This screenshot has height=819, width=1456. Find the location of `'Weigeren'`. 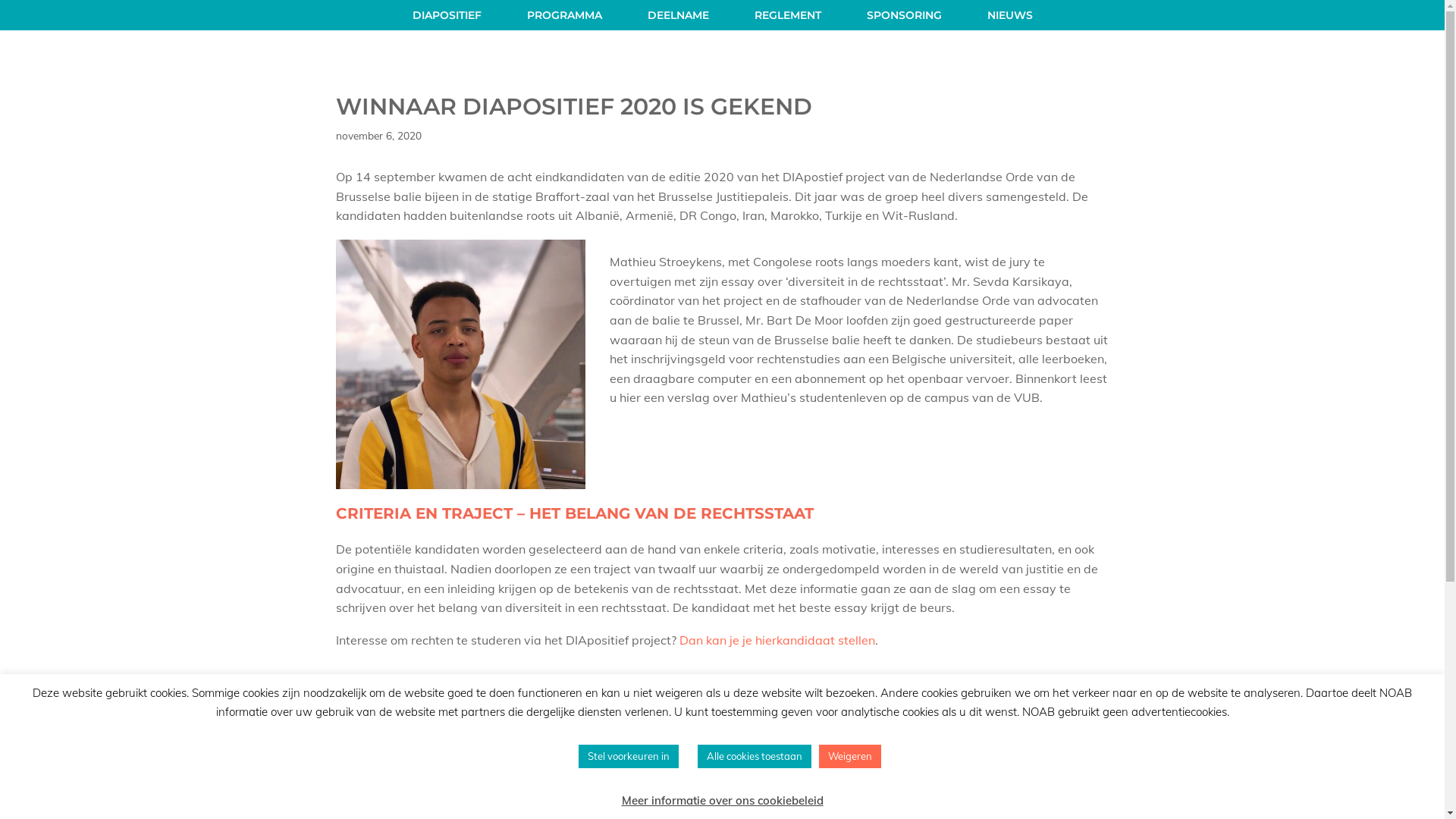

'Weigeren' is located at coordinates (850, 756).